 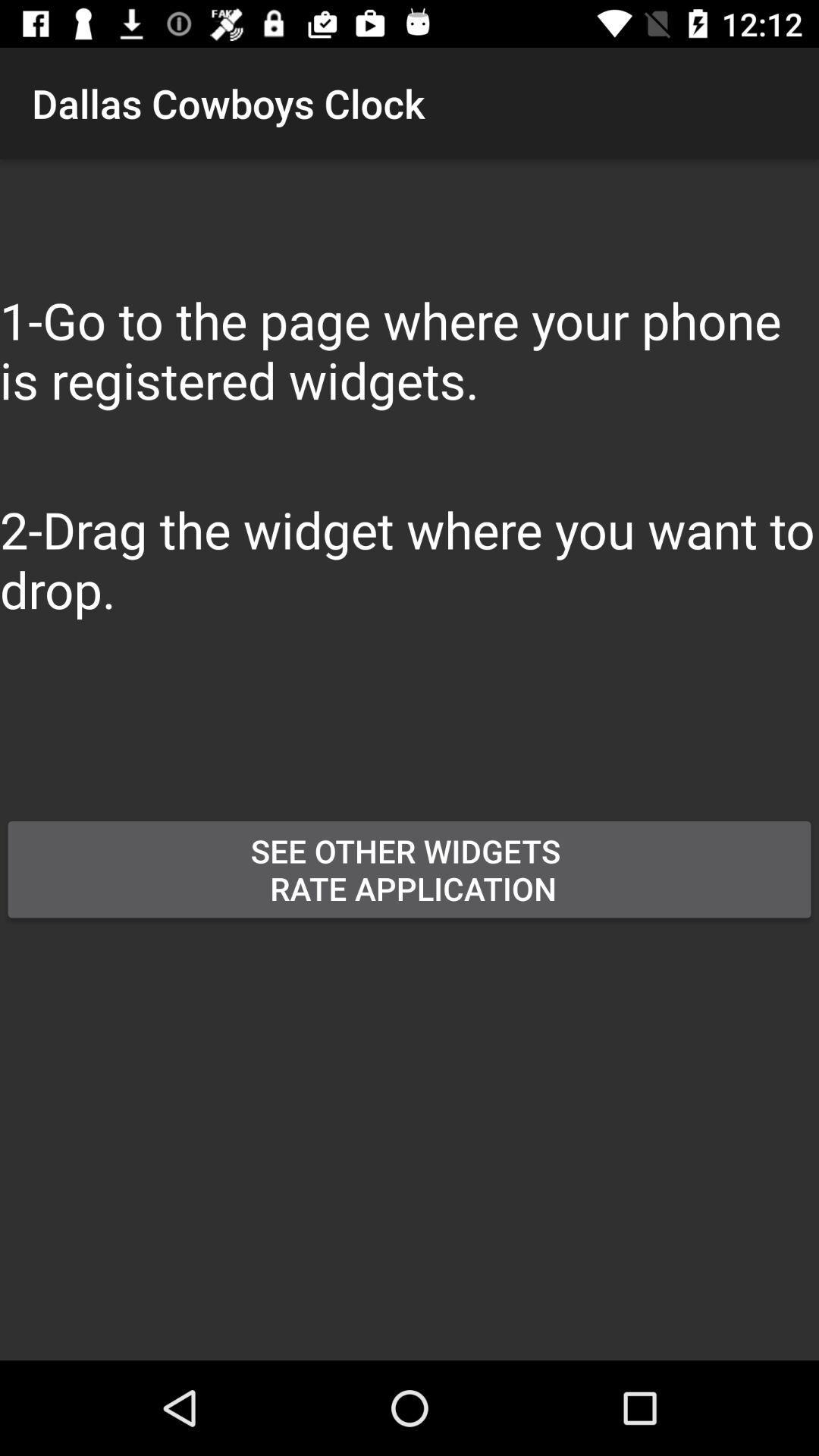 What do you see at coordinates (318, 759) in the screenshot?
I see `button above the see other widgets button` at bounding box center [318, 759].